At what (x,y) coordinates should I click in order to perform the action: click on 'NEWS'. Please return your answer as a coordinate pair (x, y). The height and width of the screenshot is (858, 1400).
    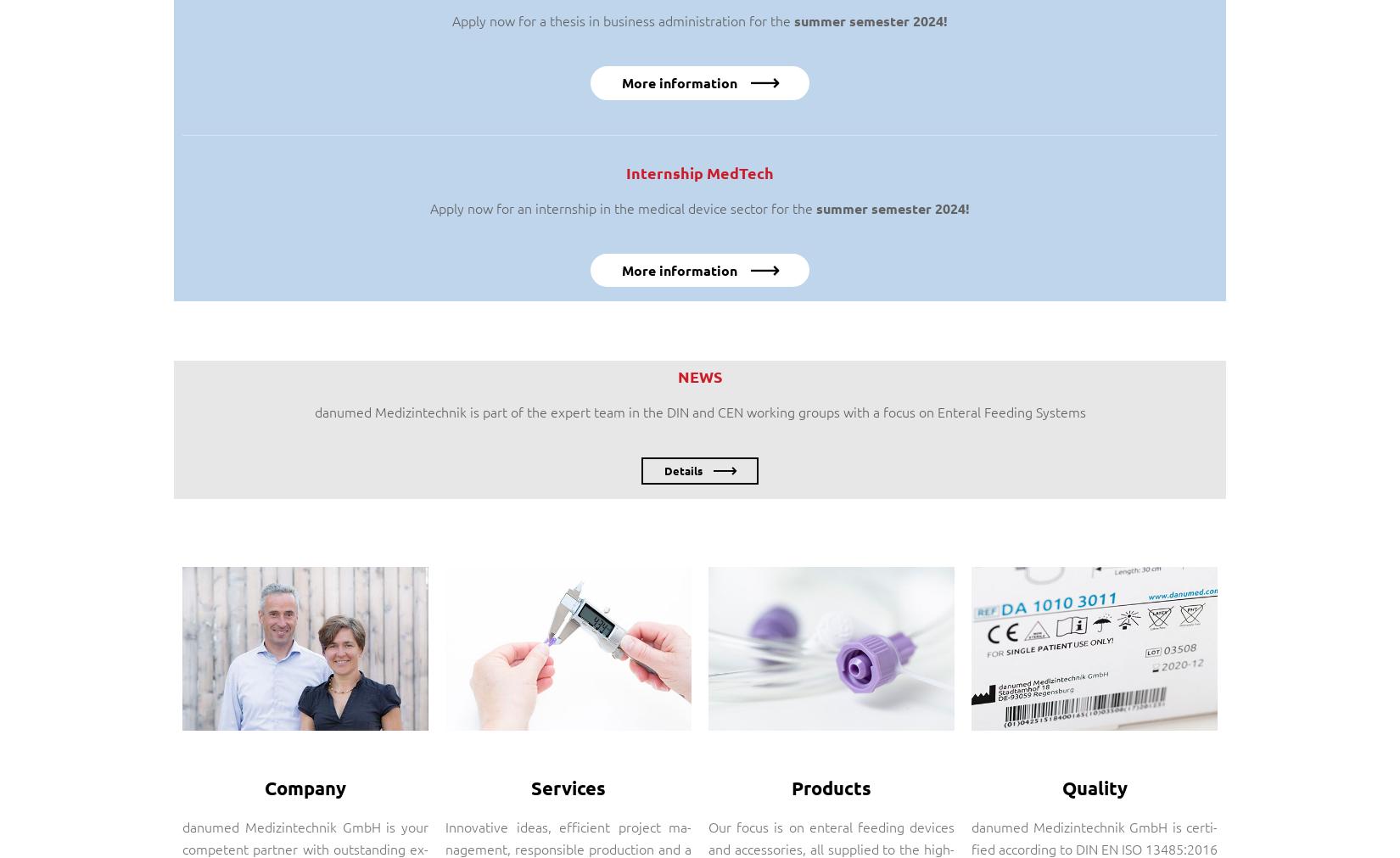
    Looking at the image, I should click on (700, 374).